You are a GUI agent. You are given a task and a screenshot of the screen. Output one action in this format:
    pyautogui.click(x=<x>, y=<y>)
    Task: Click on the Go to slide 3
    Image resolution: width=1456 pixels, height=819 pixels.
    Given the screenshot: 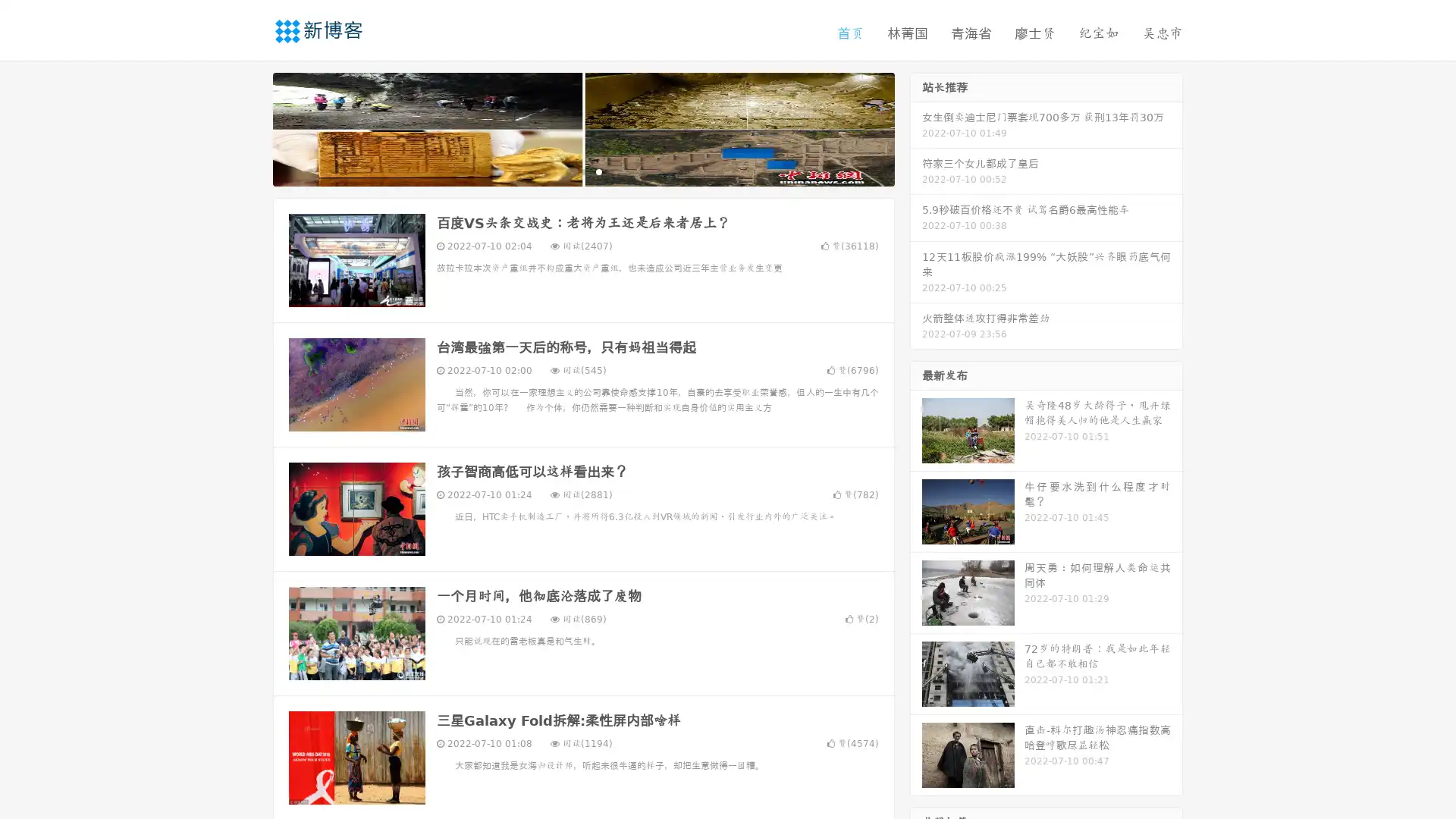 What is the action you would take?
    pyautogui.click(x=598, y=171)
    